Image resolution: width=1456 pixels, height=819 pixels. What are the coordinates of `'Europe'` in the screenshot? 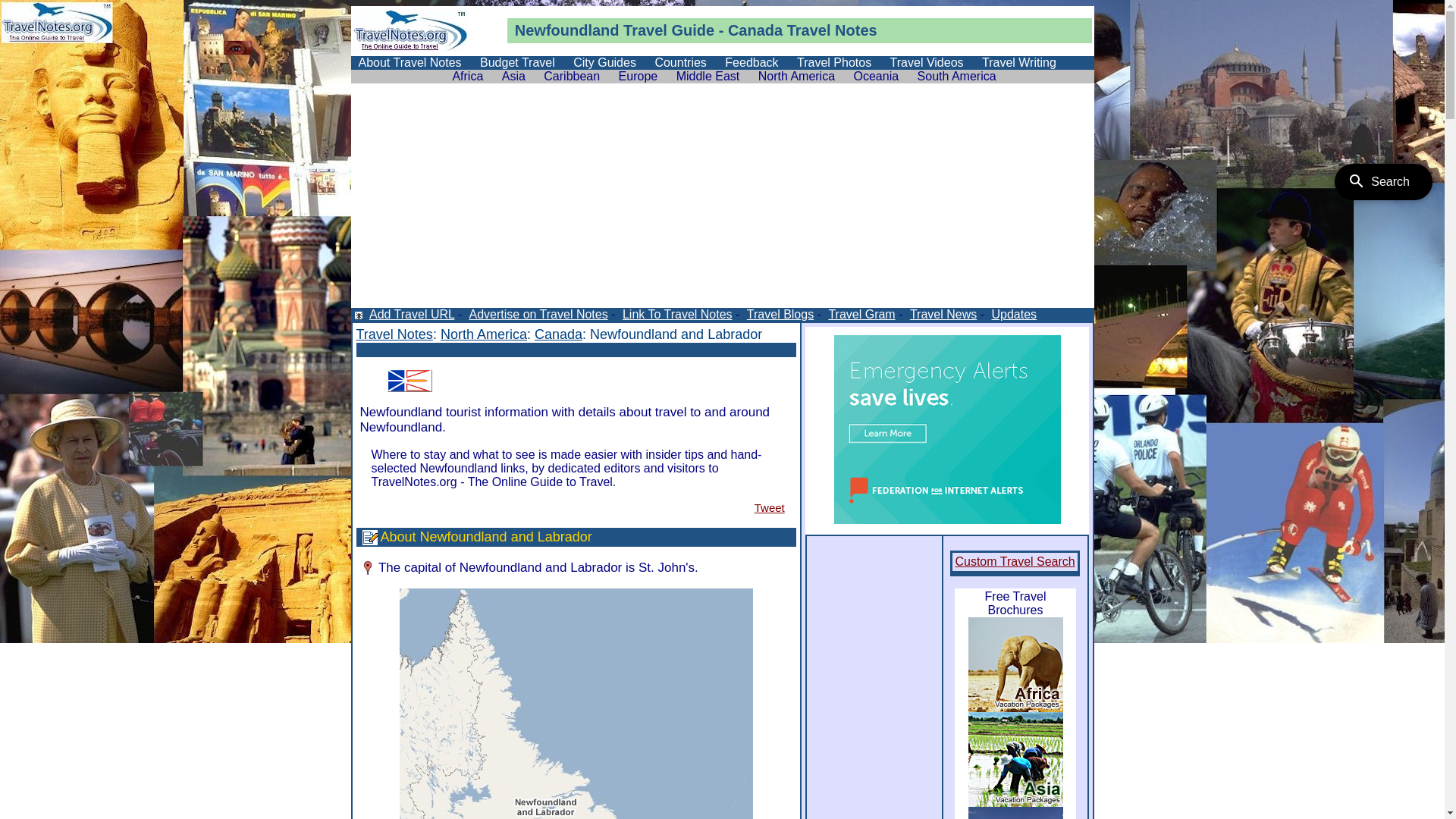 It's located at (638, 76).